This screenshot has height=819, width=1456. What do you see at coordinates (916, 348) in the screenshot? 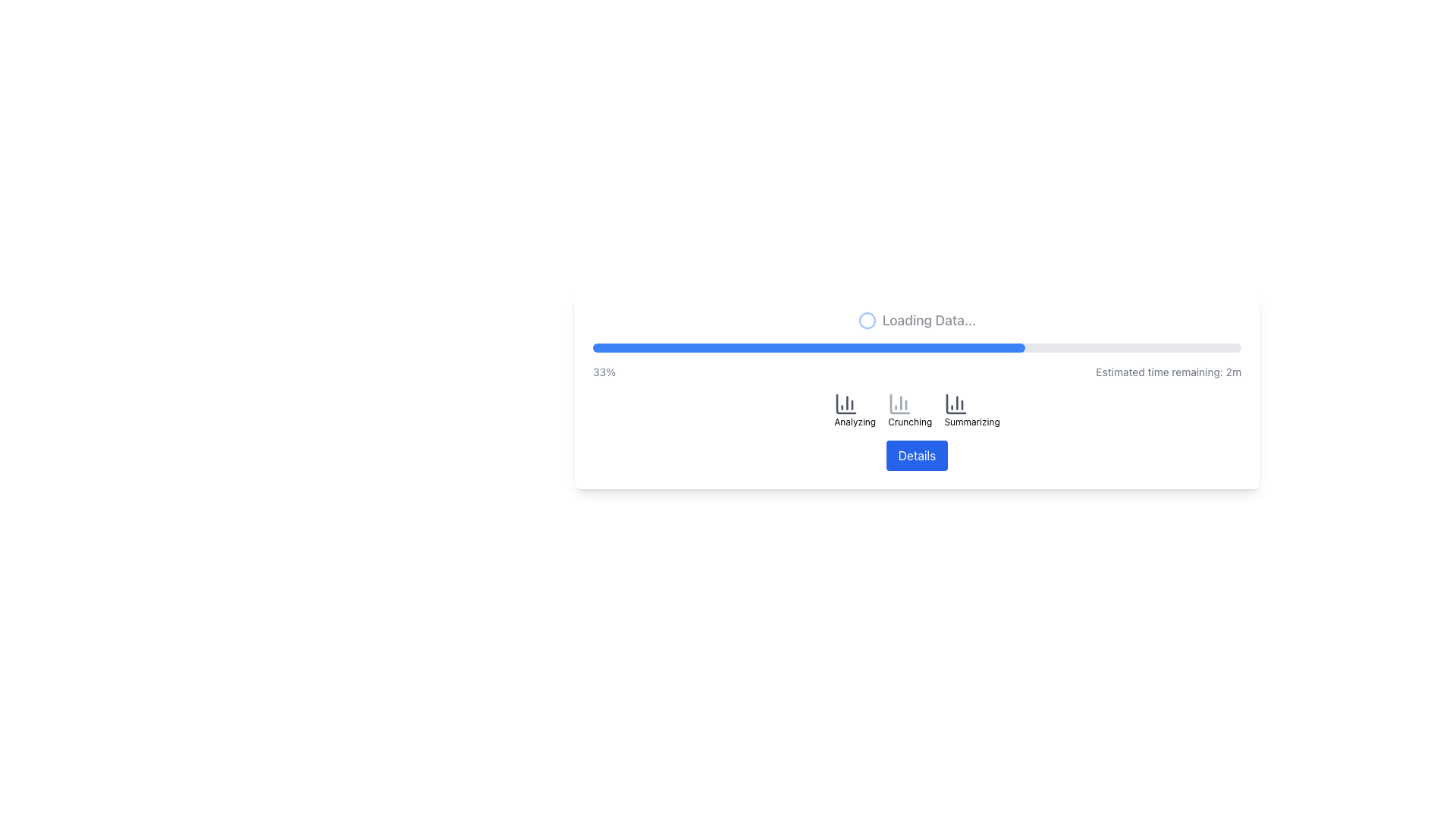
I see `the progress bar located centrally below the 'Loading Data...' label and above a row of icons and a button` at bounding box center [916, 348].